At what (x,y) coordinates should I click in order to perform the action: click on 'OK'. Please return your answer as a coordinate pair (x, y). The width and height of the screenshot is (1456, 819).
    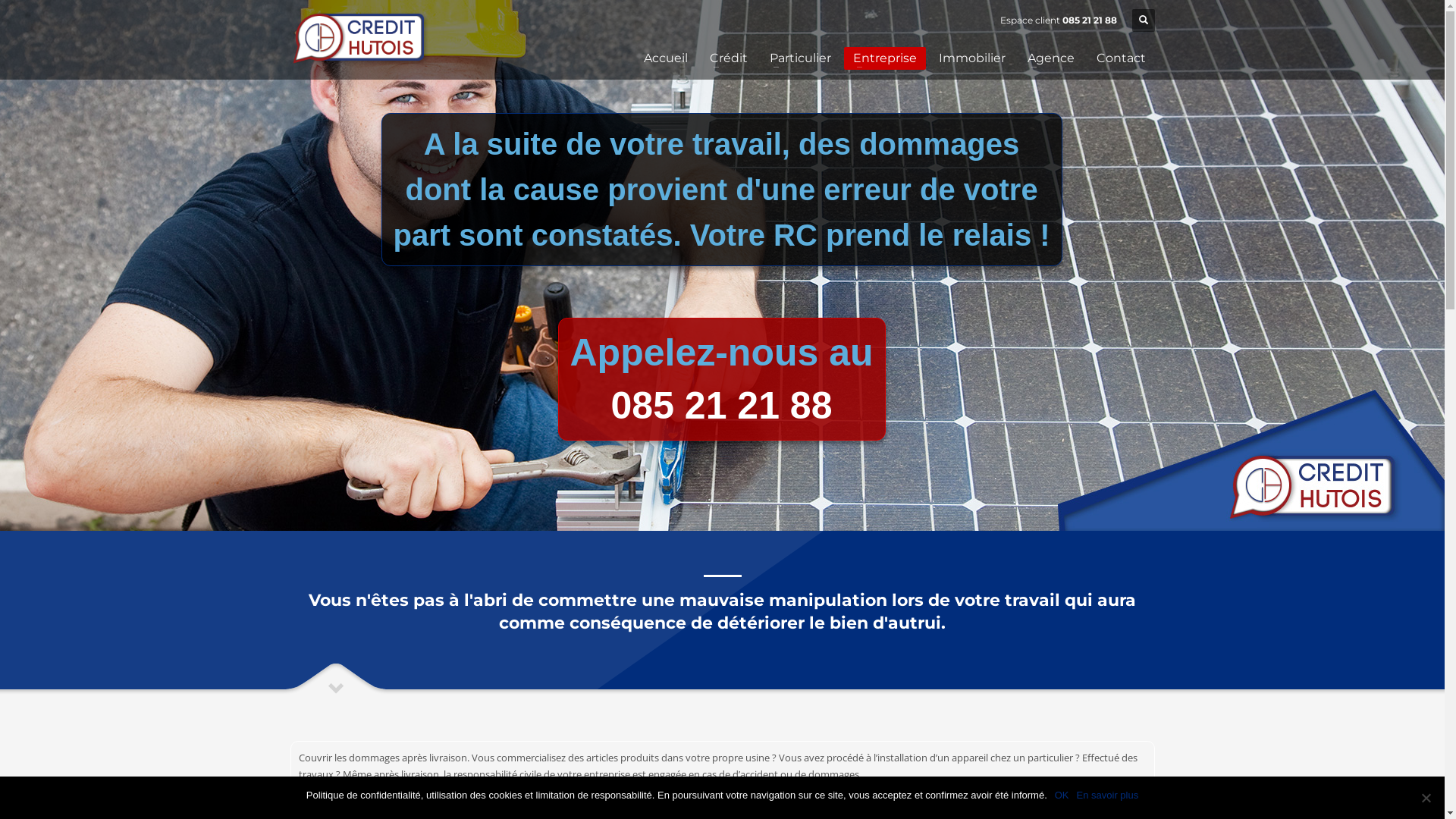
    Looking at the image, I should click on (1061, 795).